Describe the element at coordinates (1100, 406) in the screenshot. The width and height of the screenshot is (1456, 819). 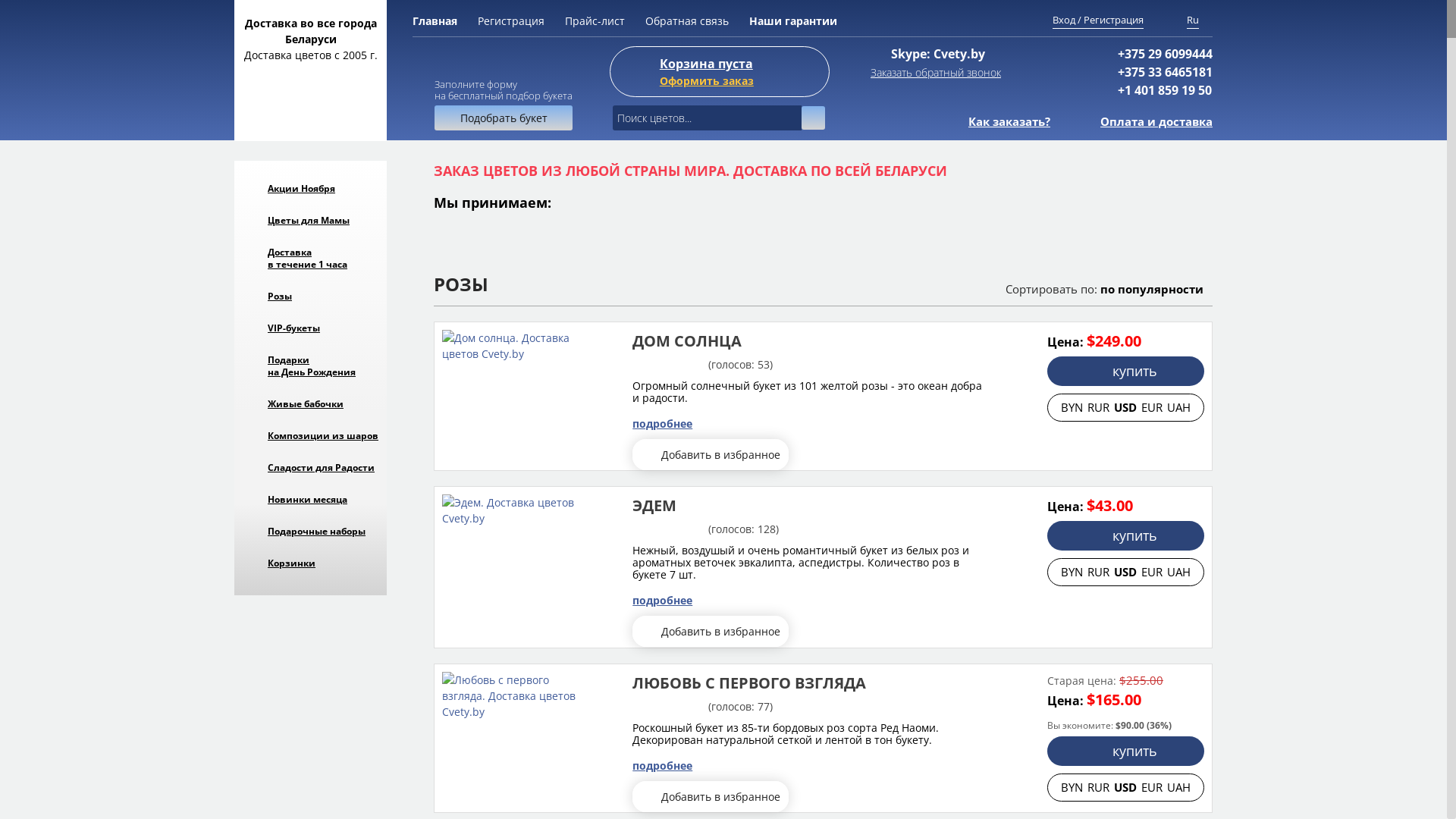
I see `'RUR'` at that location.